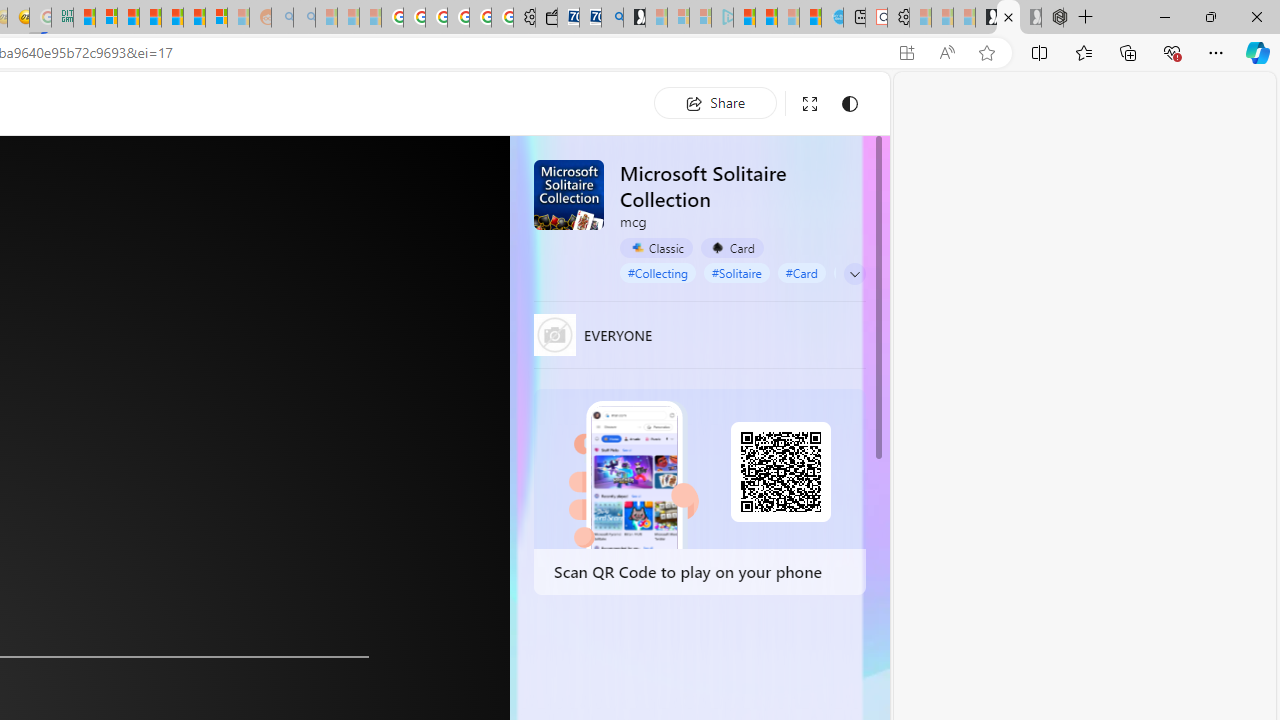 The image size is (1280, 720). Describe the element at coordinates (731, 247) in the screenshot. I see `'Card'` at that location.